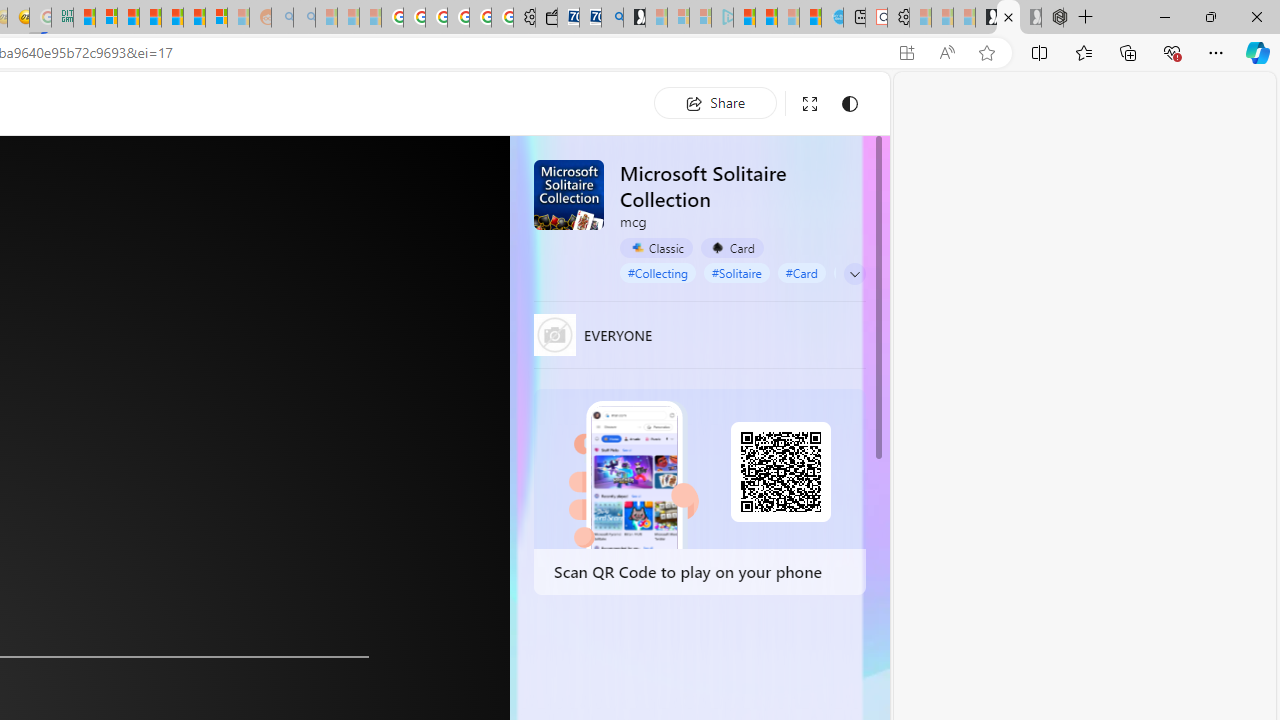 The image size is (1280, 720). Describe the element at coordinates (731, 247) in the screenshot. I see `'Card'` at that location.